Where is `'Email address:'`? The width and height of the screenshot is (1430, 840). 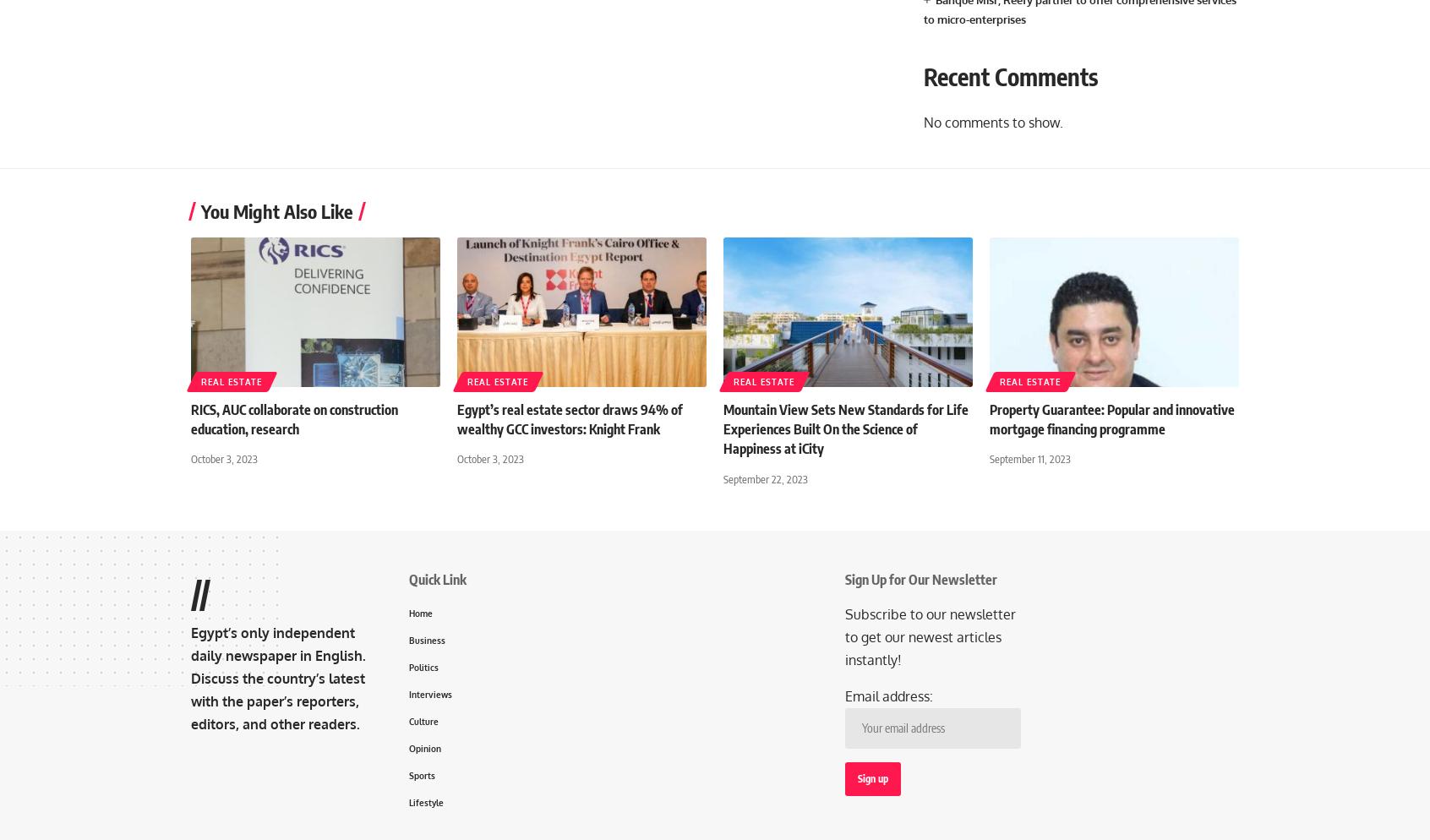 'Email address:' is located at coordinates (887, 695).